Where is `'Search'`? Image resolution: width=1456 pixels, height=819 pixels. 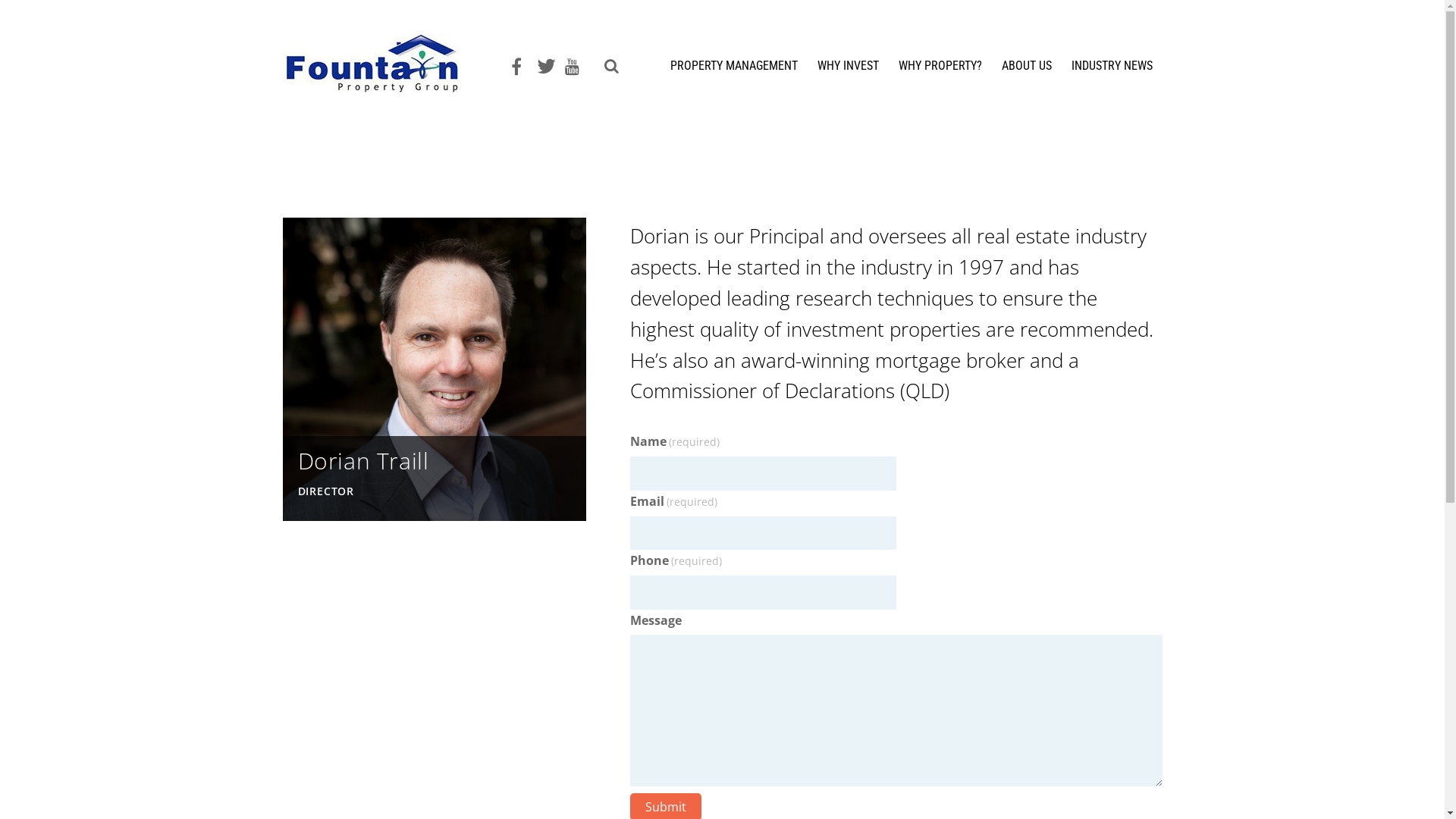 'Search' is located at coordinates (607, 67).